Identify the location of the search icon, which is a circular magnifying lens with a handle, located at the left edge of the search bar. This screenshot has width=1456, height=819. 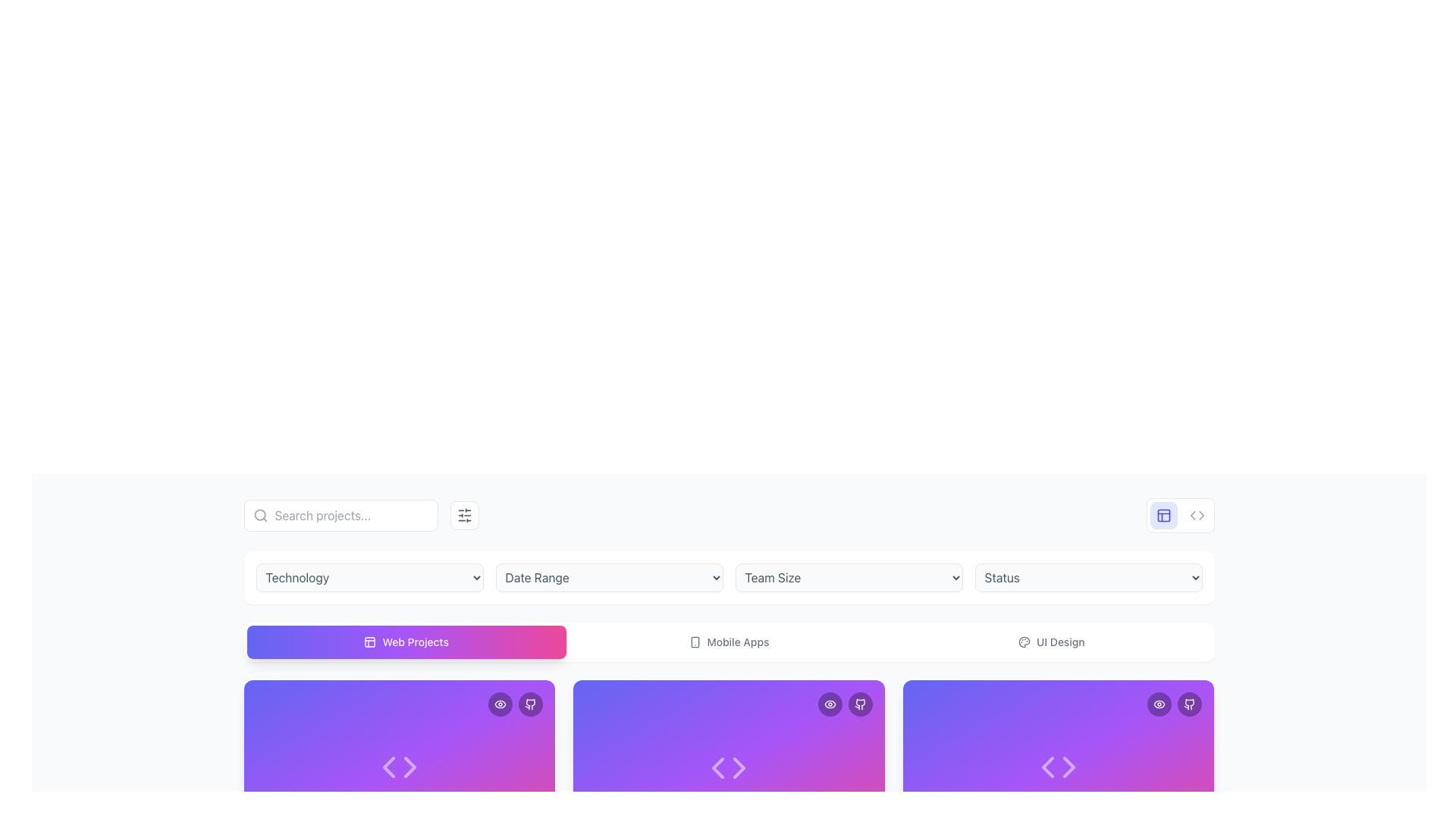
(260, 514).